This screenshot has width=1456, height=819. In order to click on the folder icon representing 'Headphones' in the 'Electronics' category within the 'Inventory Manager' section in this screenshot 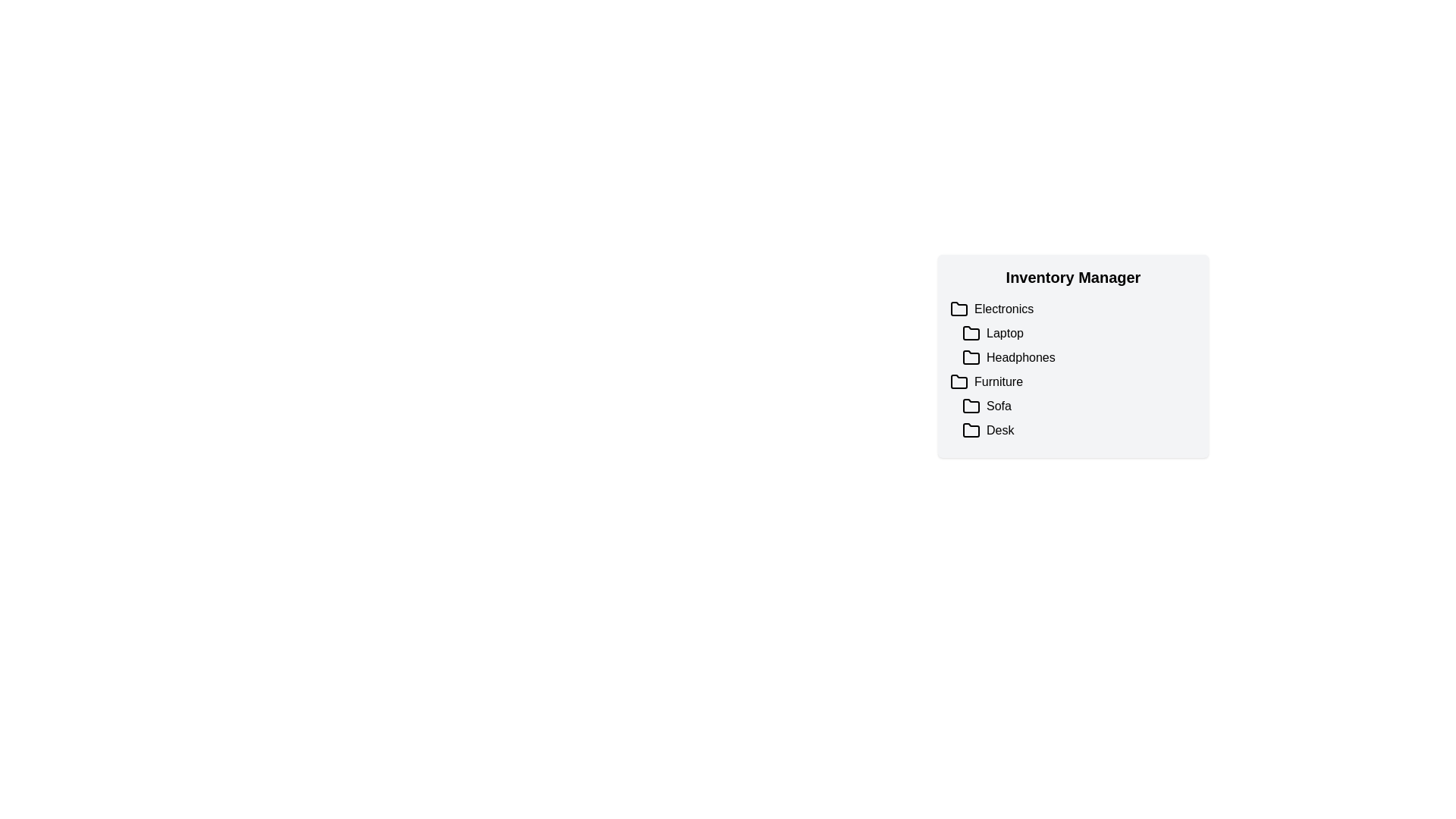, I will do `click(971, 356)`.